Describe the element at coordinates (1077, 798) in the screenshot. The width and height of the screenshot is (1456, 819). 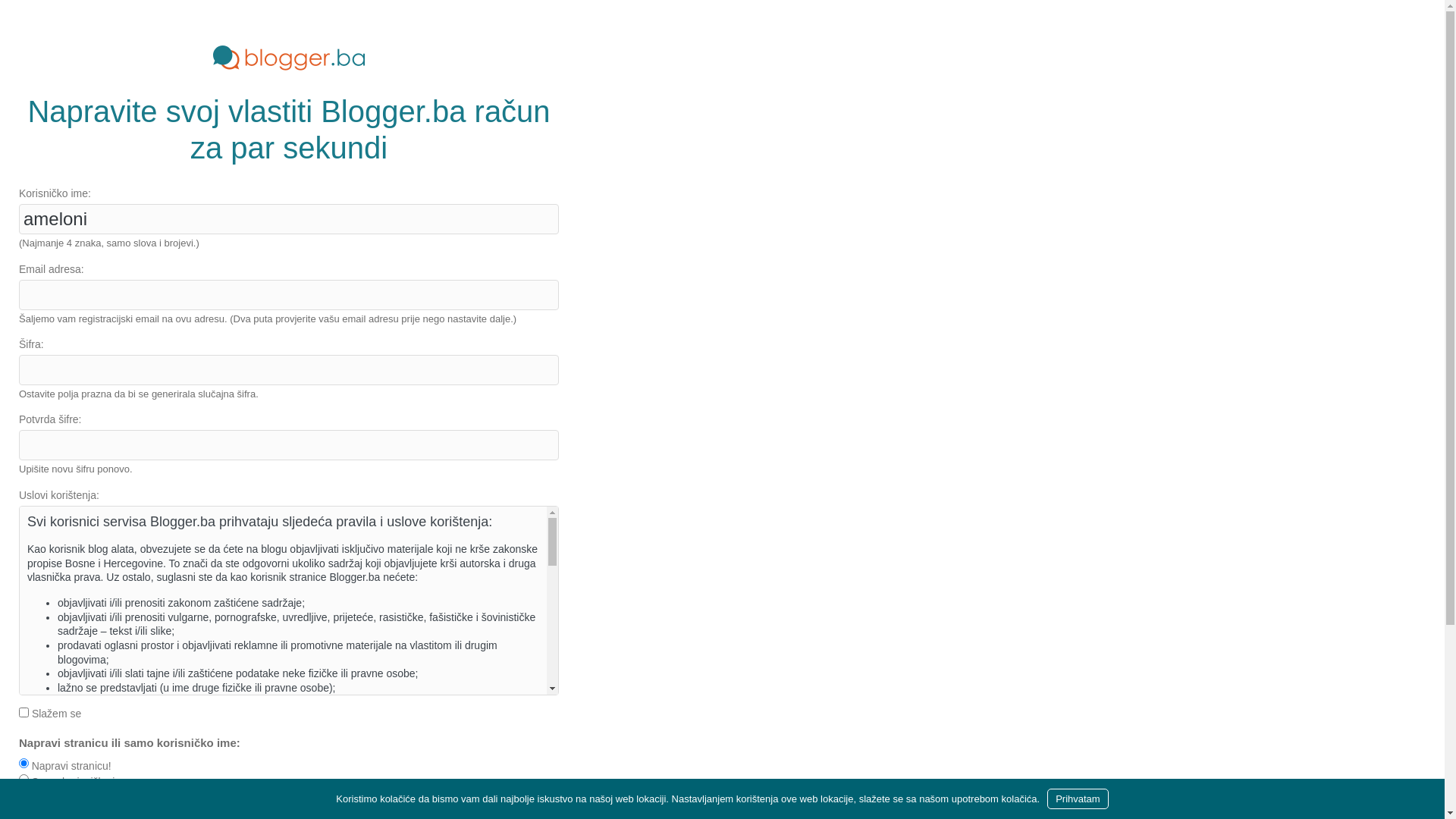
I see `'Prihvatam'` at that location.